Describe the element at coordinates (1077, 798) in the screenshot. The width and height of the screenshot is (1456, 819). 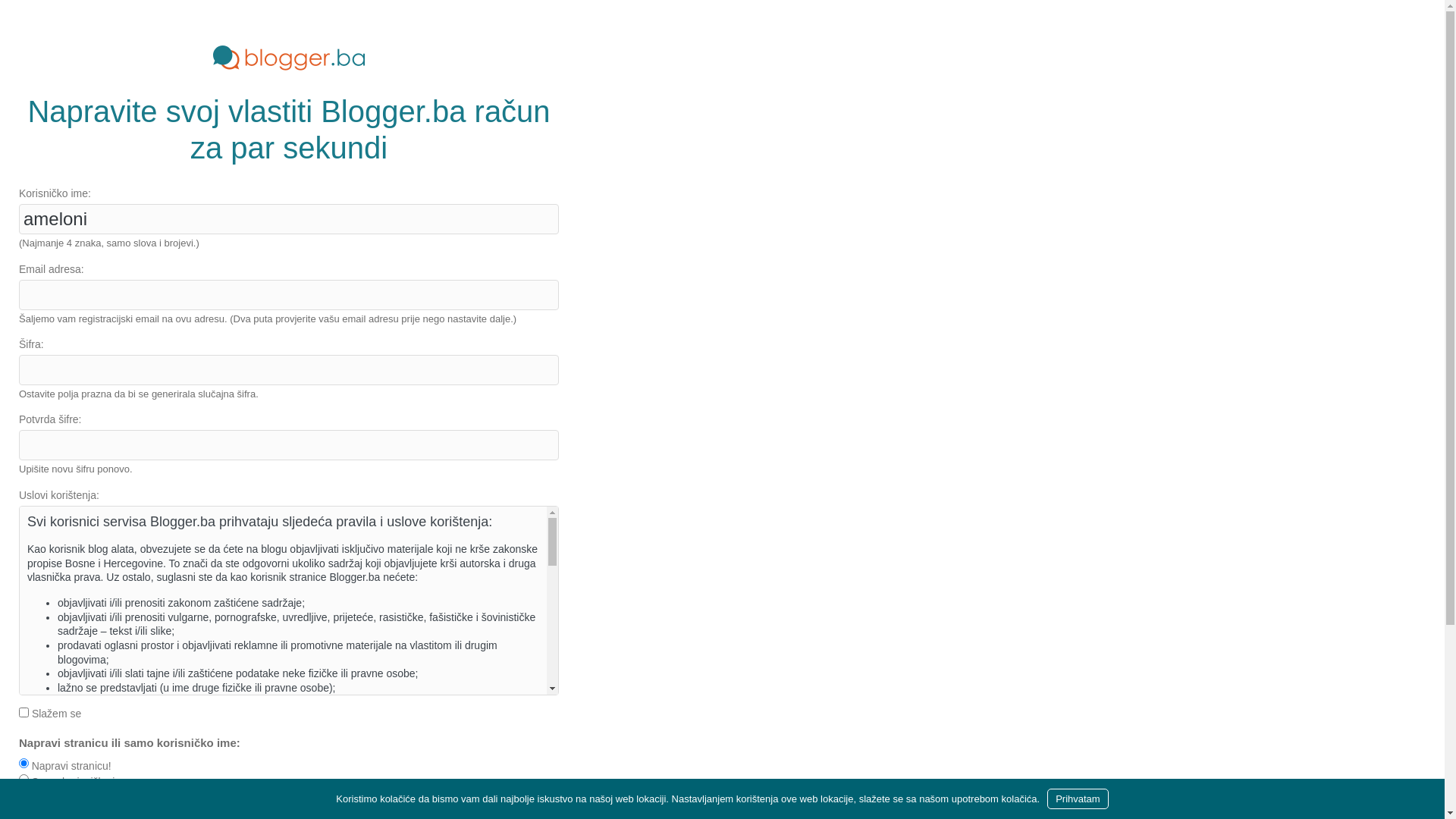
I see `'Prihvatam'` at that location.